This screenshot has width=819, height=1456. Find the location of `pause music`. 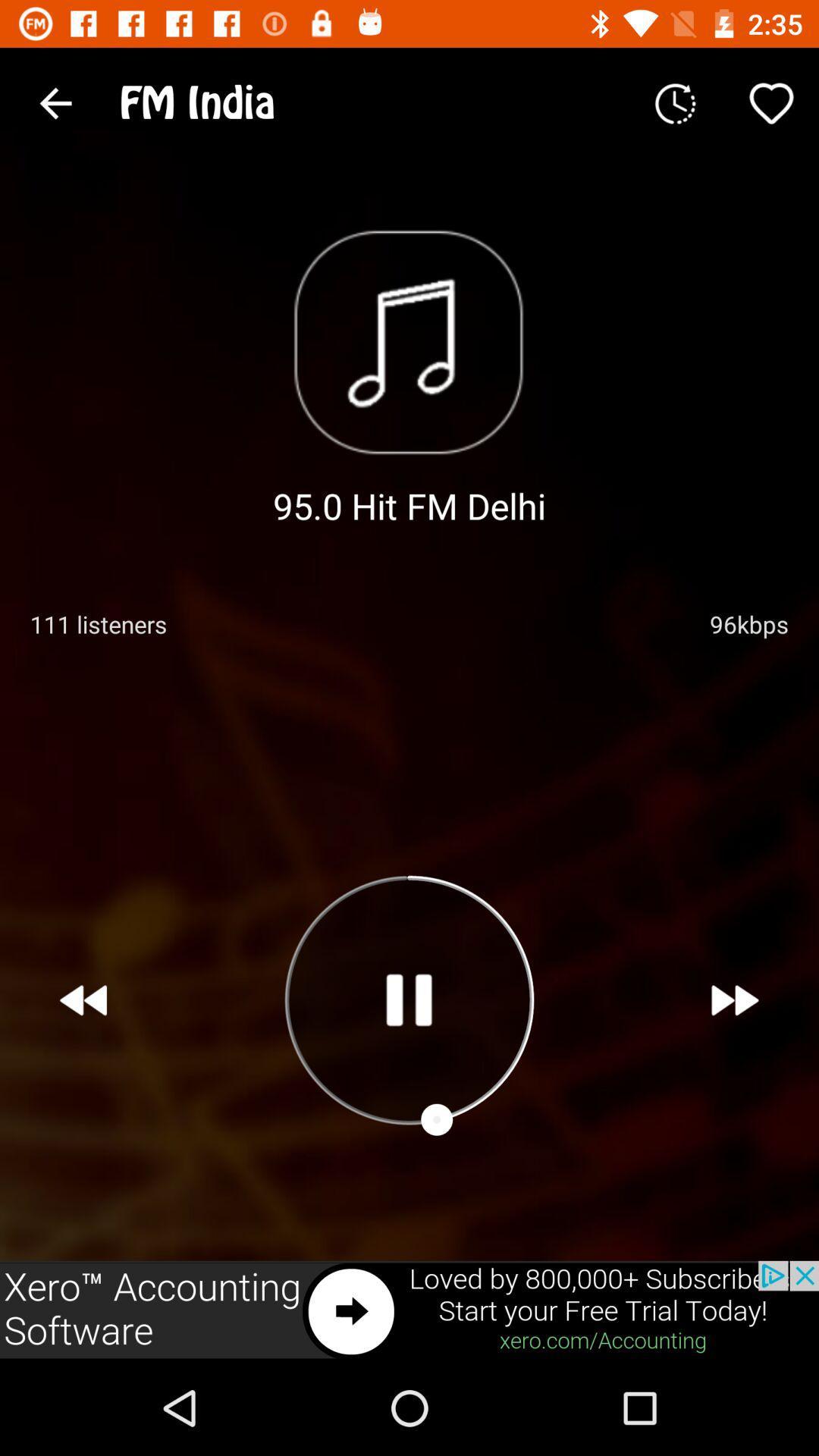

pause music is located at coordinates (408, 999).